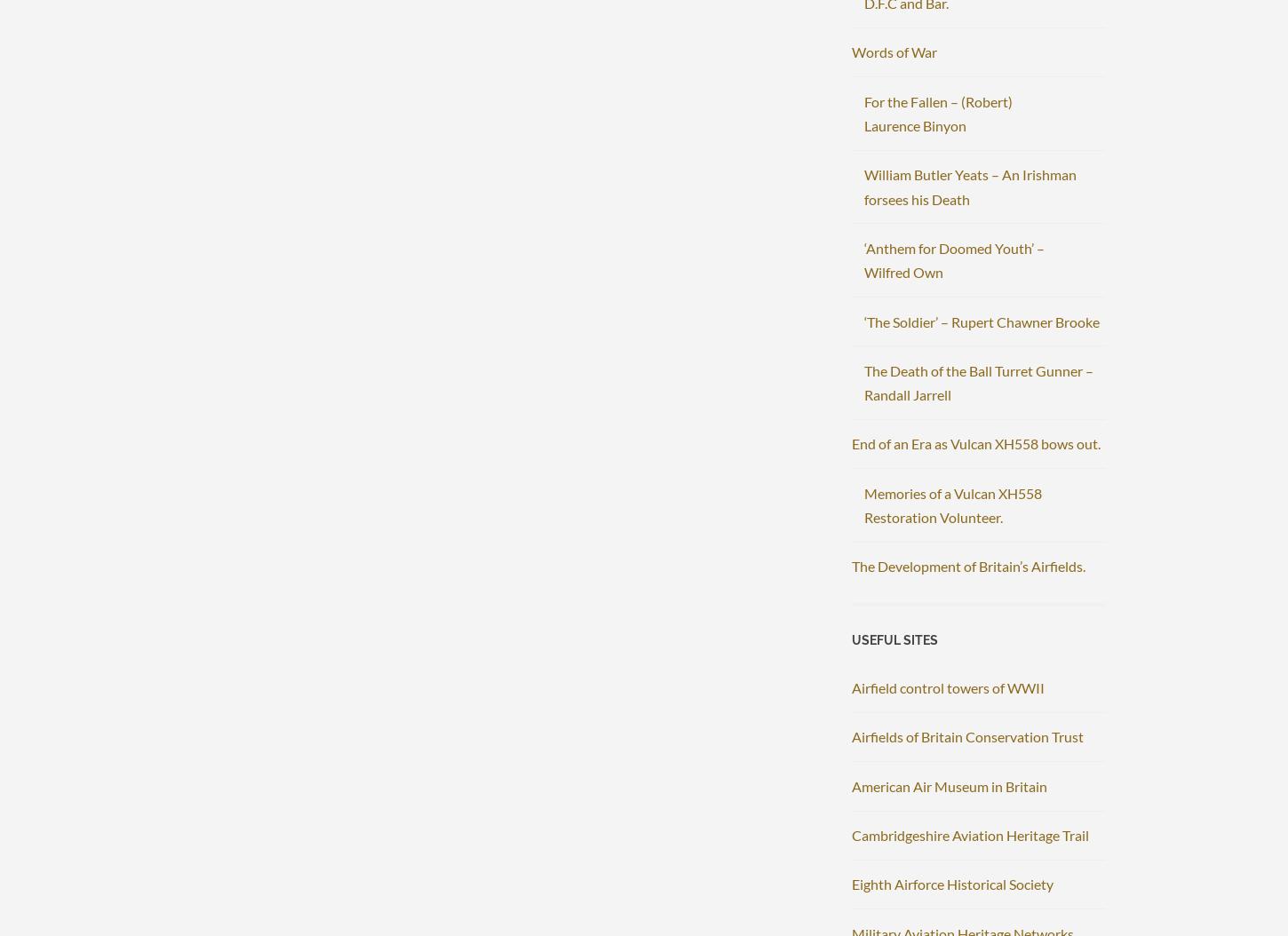 Image resolution: width=1288 pixels, height=936 pixels. What do you see at coordinates (863, 113) in the screenshot?
I see `'For the Fallen – (Robert) Laurence Binyon'` at bounding box center [863, 113].